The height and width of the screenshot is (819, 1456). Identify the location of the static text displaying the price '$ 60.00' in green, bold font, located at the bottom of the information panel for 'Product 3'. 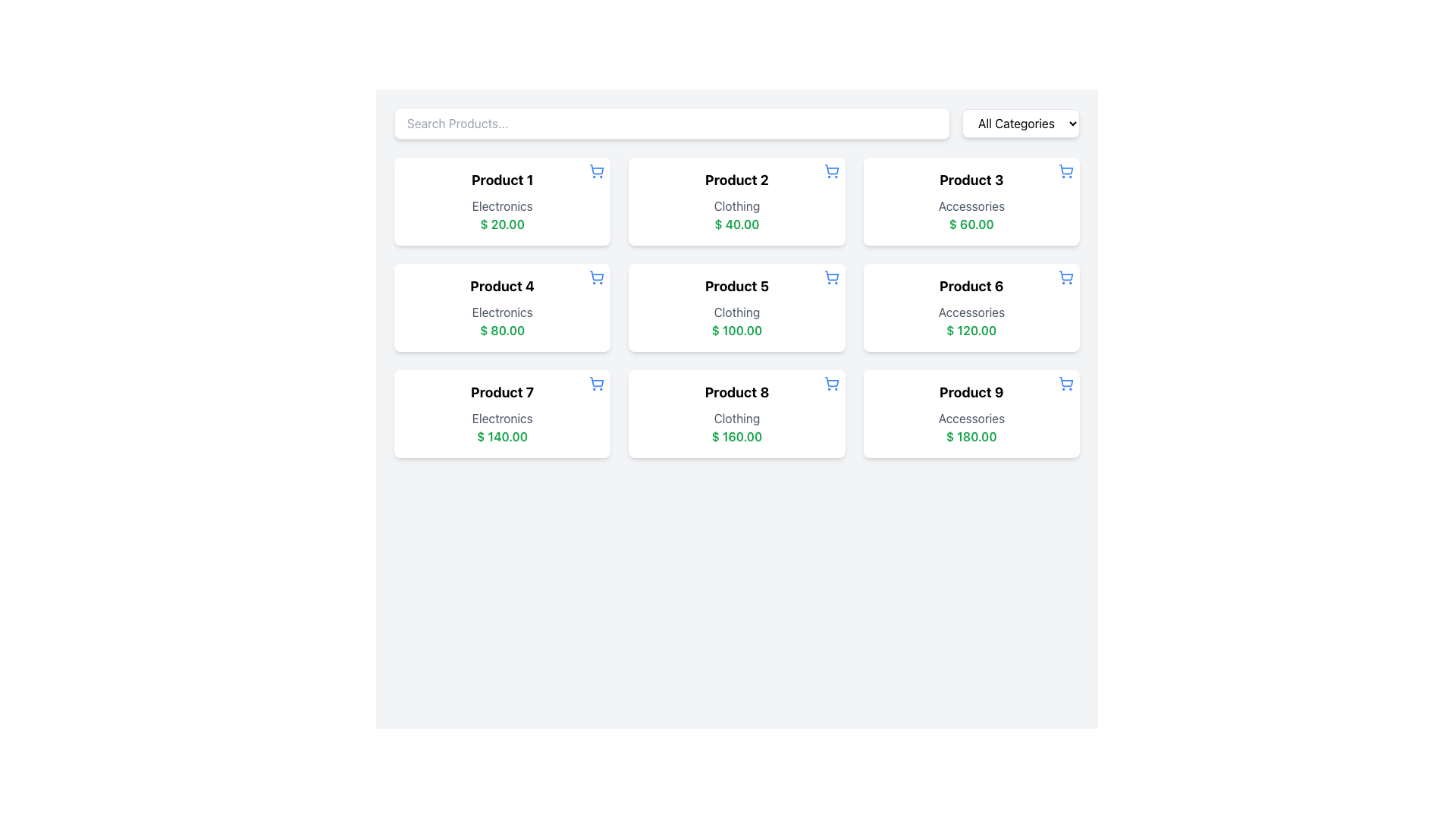
(971, 224).